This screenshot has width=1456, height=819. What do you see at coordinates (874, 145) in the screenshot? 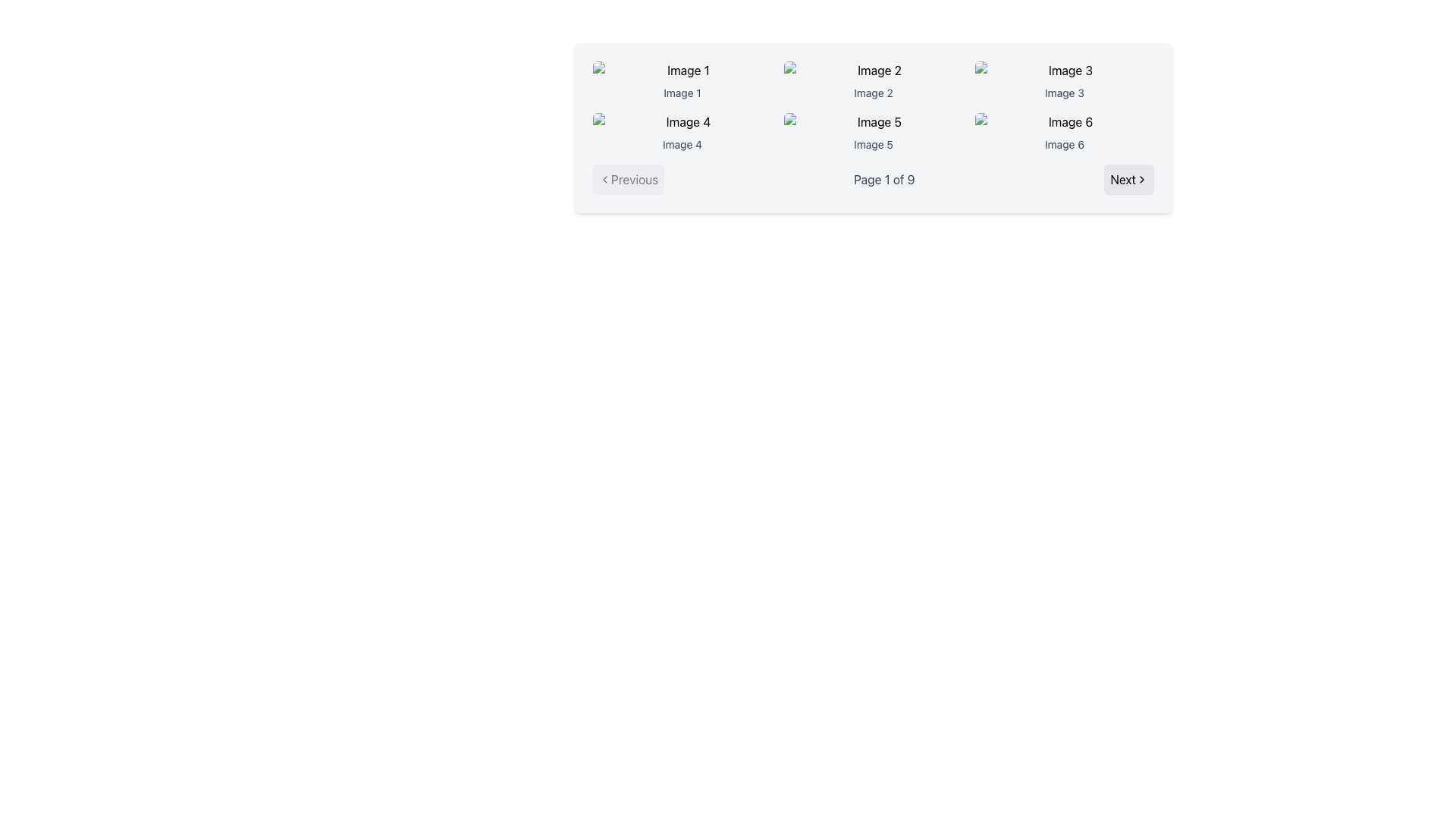
I see `text label located underneath the thumbnail of 'Image 5' in the grid layout, which serves as a description or identifier for the image` at bounding box center [874, 145].